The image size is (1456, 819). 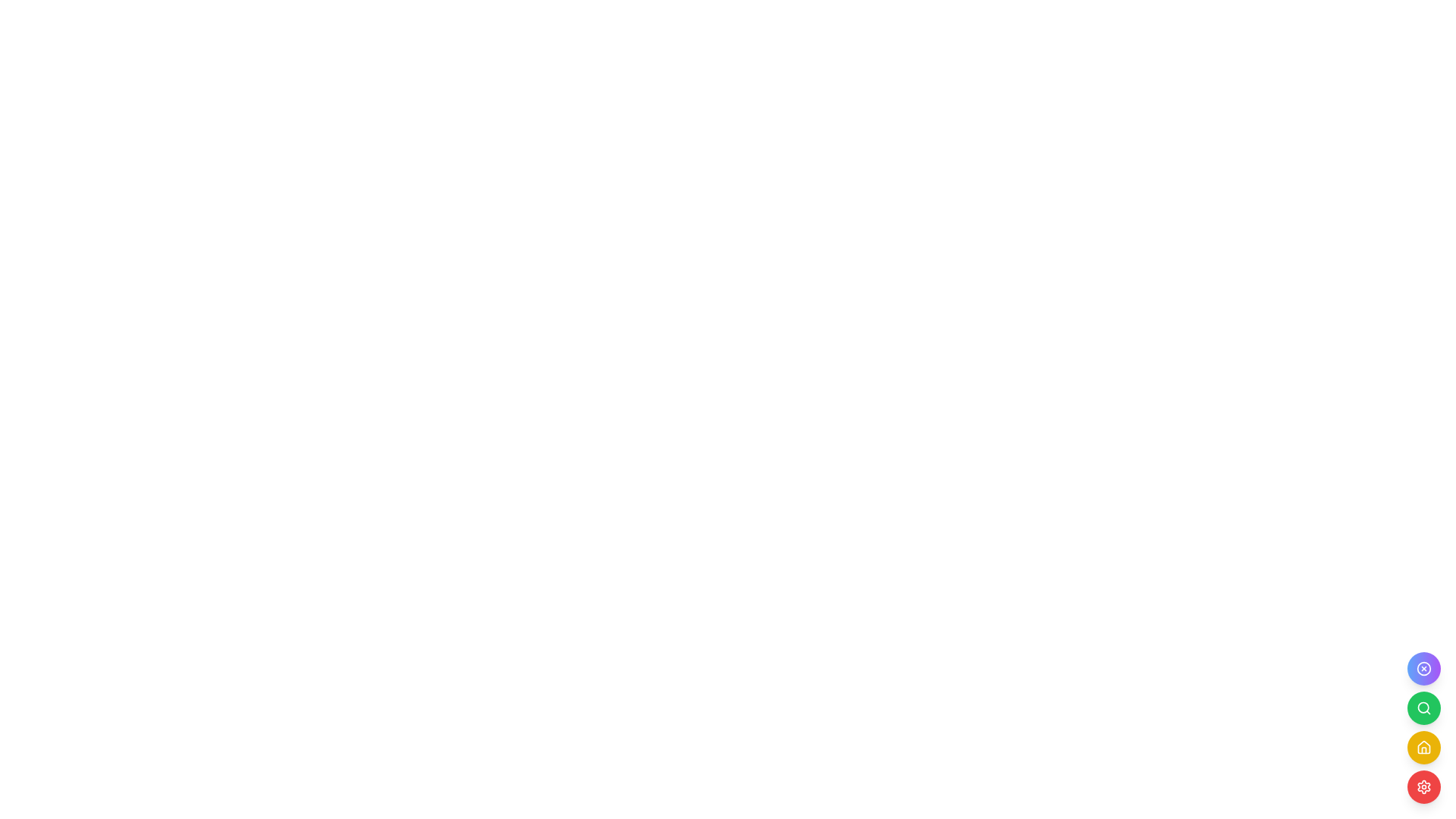 What do you see at coordinates (1423, 745) in the screenshot?
I see `the 'Home' icon located at the bottom of the vertically aligned series of icons on the right side of the interface` at bounding box center [1423, 745].